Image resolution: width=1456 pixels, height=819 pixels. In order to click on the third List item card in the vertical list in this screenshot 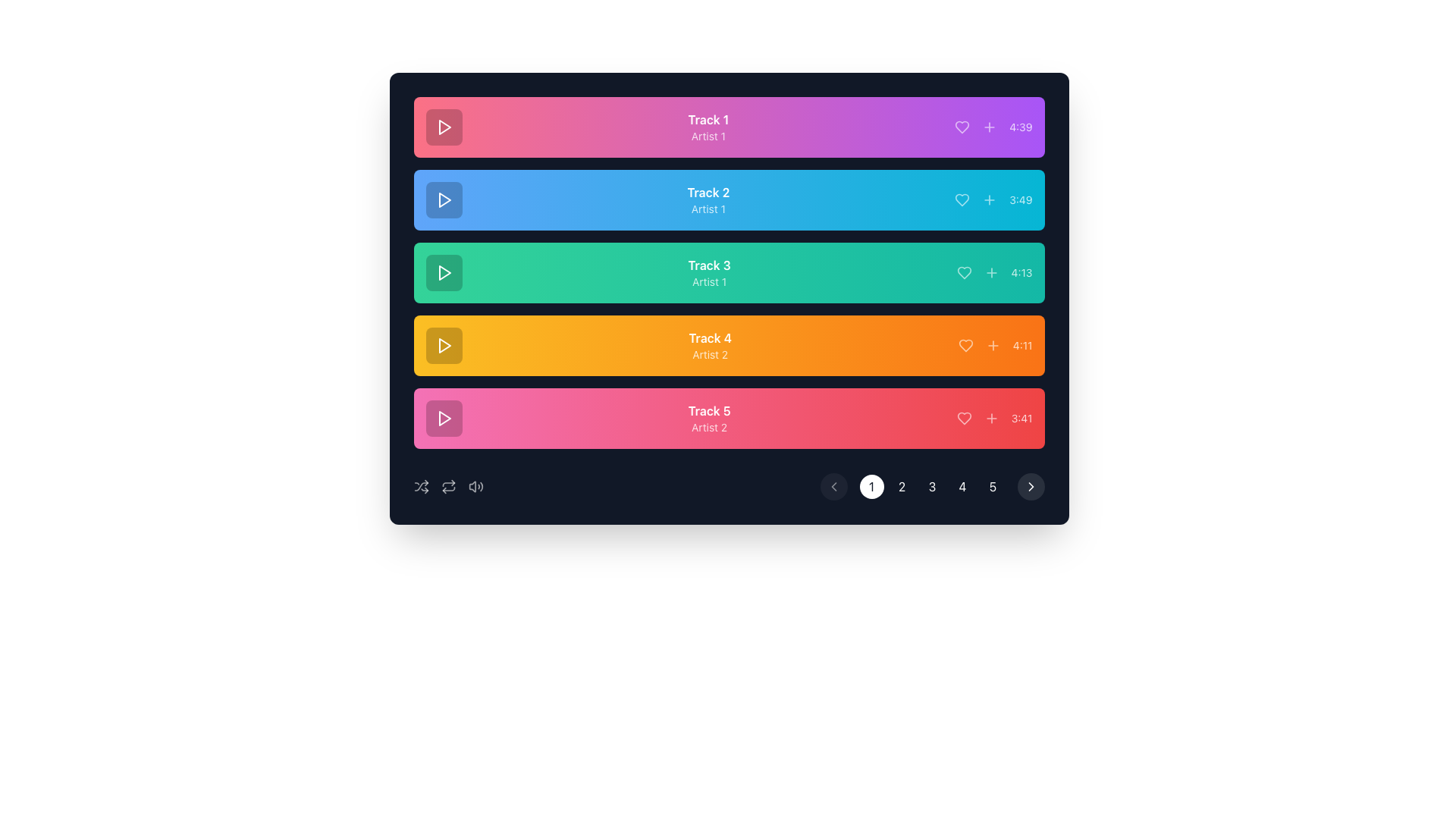, I will do `click(729, 271)`.